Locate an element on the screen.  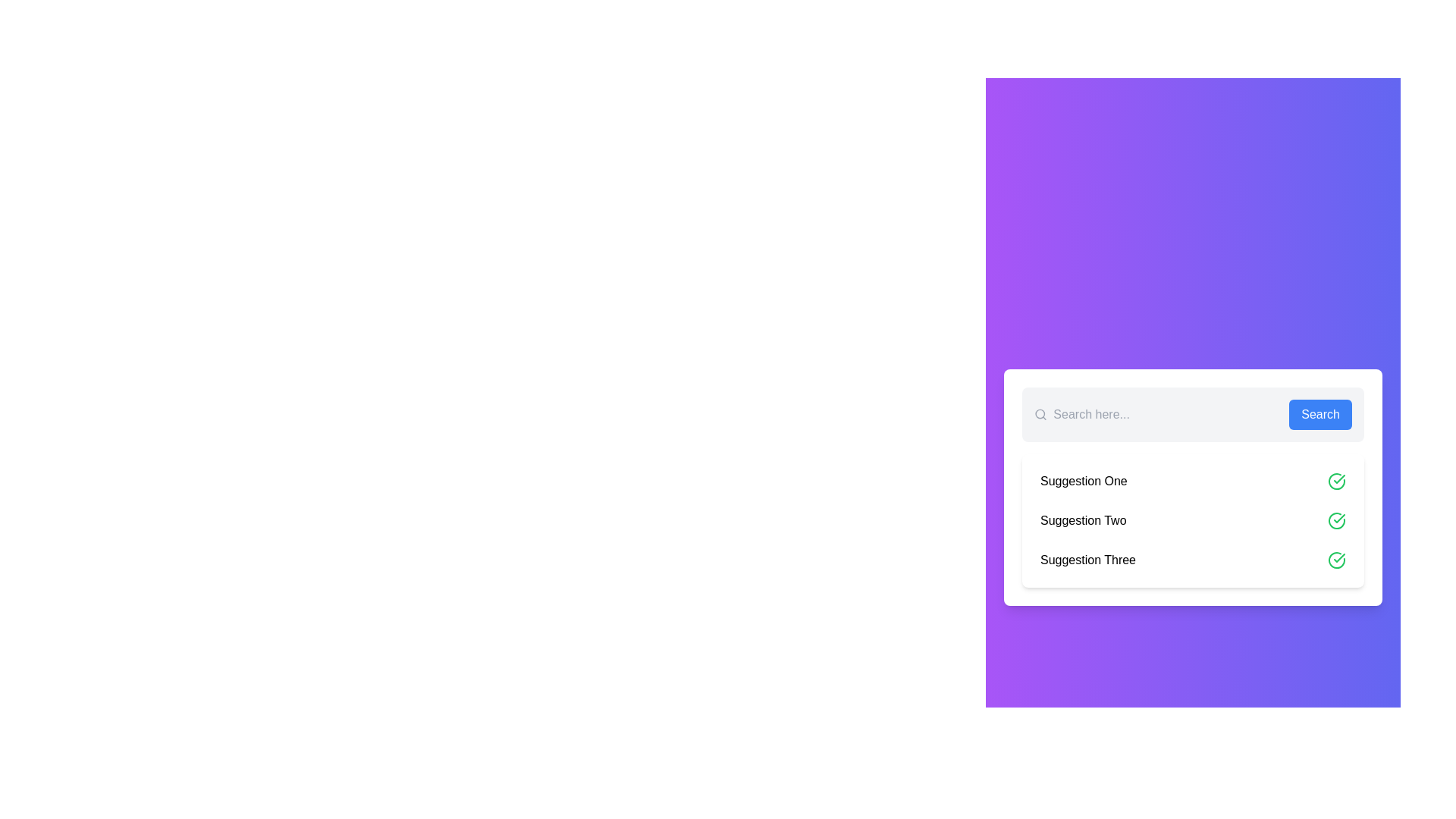
the Checkmark Icon located to the right of 'Suggestion Three' in the list, which serves as a confirmation or completion indicator is located at coordinates (1339, 558).